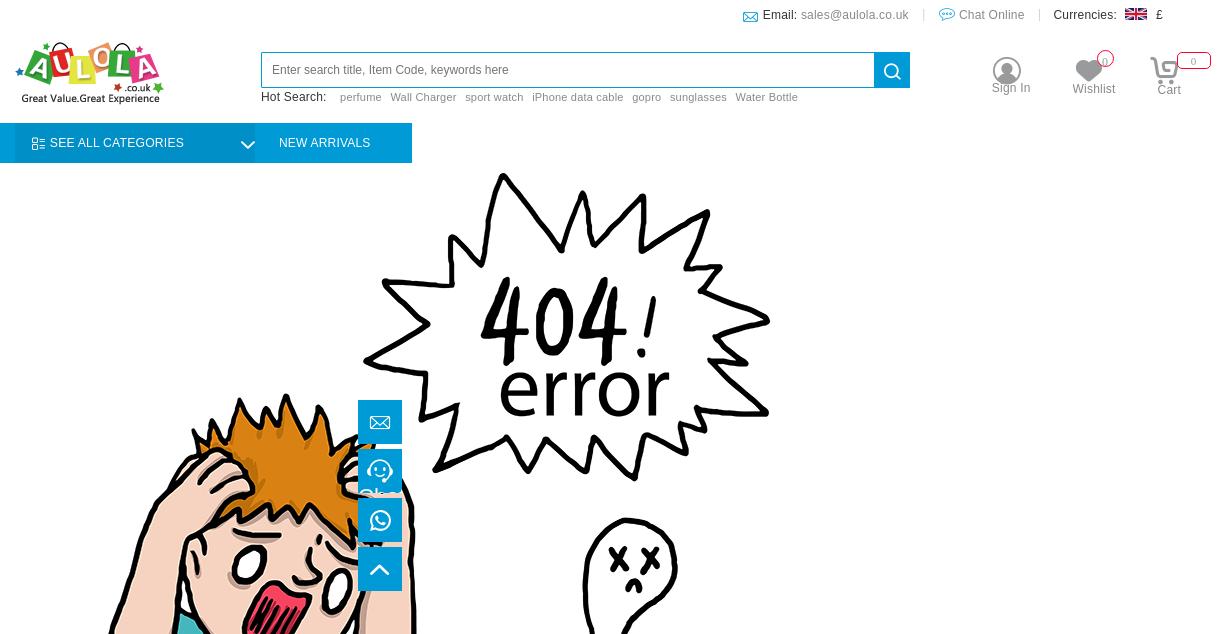 The height and width of the screenshot is (634, 1230). Describe the element at coordinates (389, 523) in the screenshot. I see `'Online'` at that location.